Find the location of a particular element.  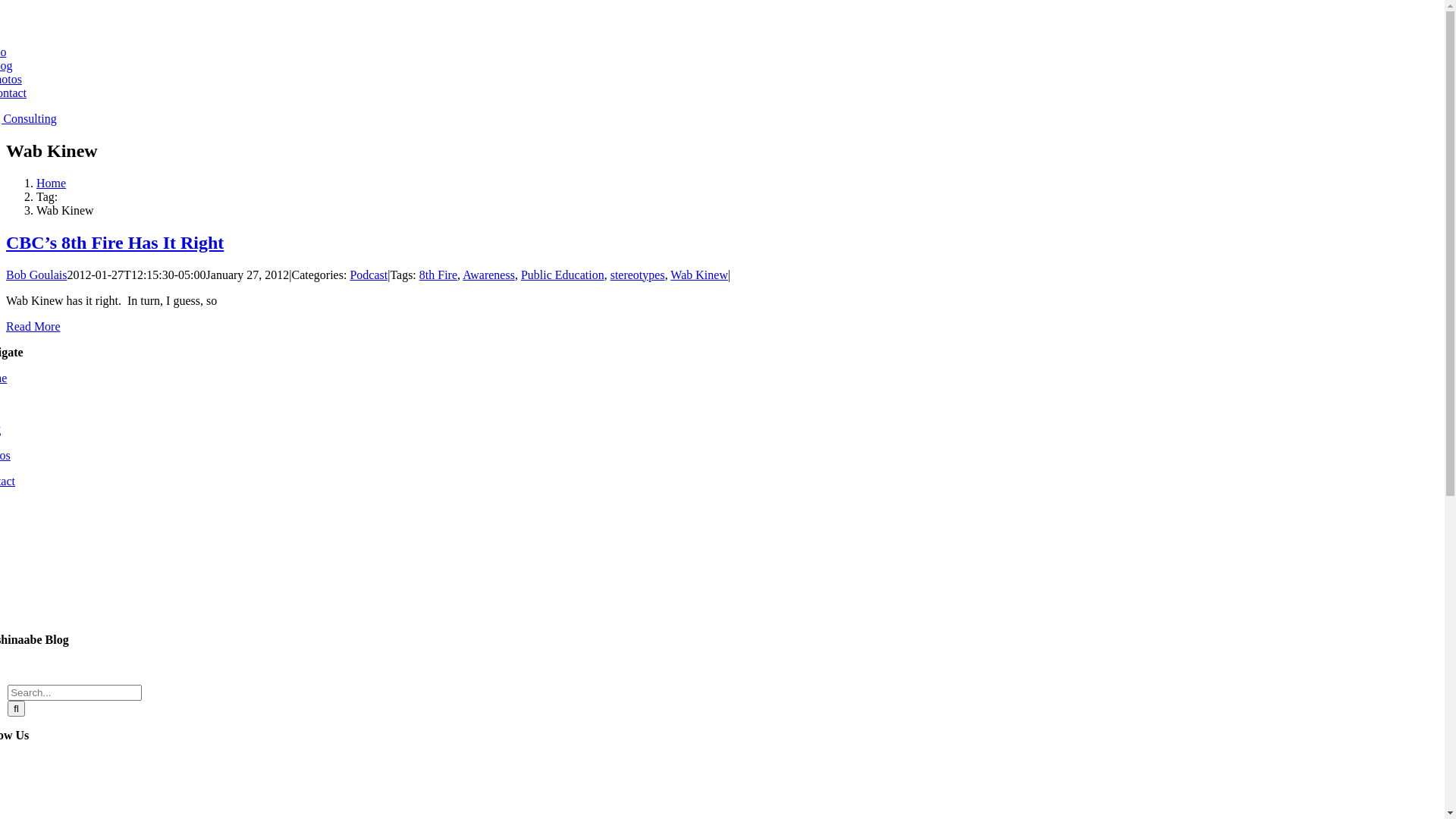

'stereotypes' is located at coordinates (637, 275).